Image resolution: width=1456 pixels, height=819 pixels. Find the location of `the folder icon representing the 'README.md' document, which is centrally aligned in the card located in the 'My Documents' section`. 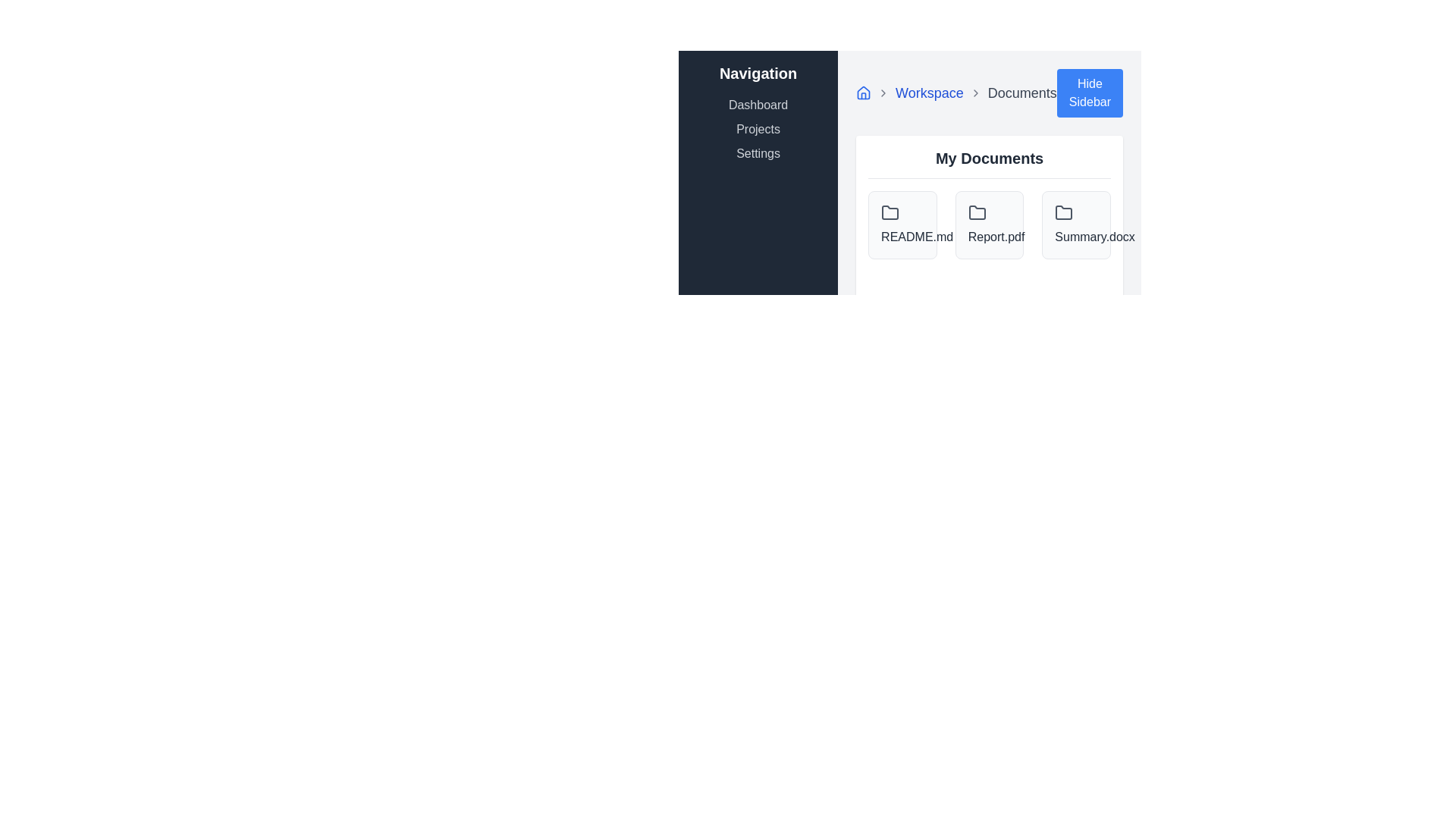

the folder icon representing the 'README.md' document, which is centrally aligned in the card located in the 'My Documents' section is located at coordinates (890, 213).